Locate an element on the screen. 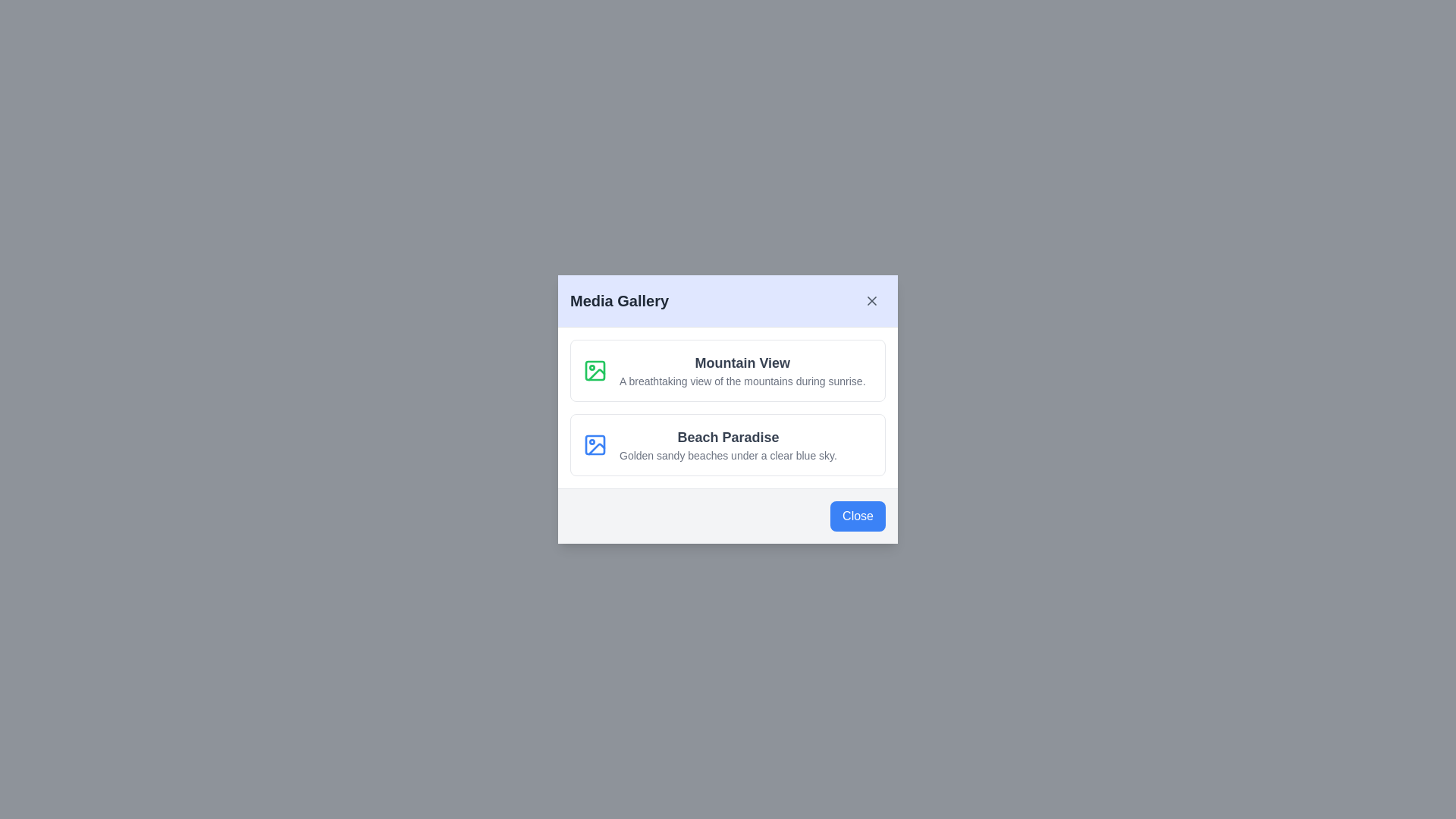 Image resolution: width=1456 pixels, height=819 pixels. the close button to close the dialog is located at coordinates (872, 301).